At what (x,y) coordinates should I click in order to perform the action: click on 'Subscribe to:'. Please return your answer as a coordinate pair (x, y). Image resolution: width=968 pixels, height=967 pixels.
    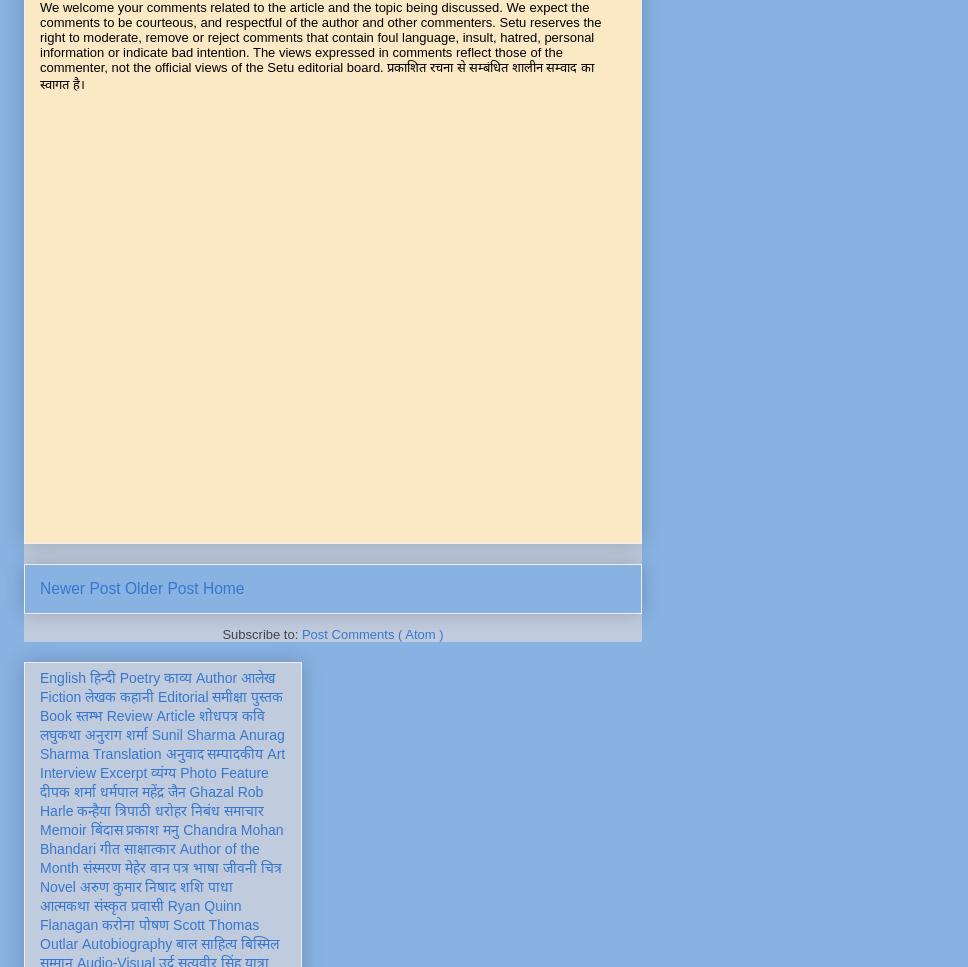
    Looking at the image, I should click on (261, 632).